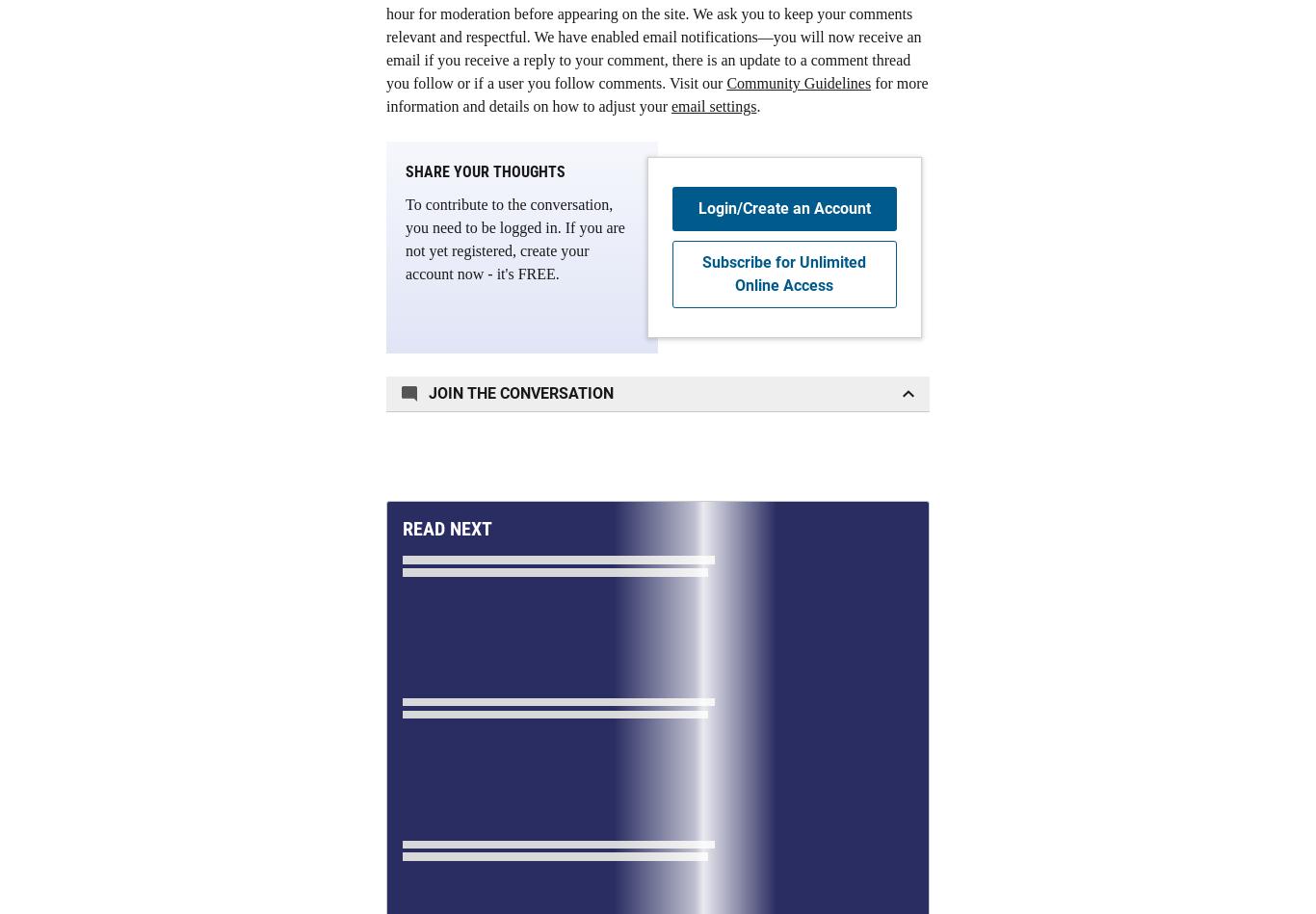  What do you see at coordinates (782, 273) in the screenshot?
I see `'Subscribe for Unlimited Online Access'` at bounding box center [782, 273].